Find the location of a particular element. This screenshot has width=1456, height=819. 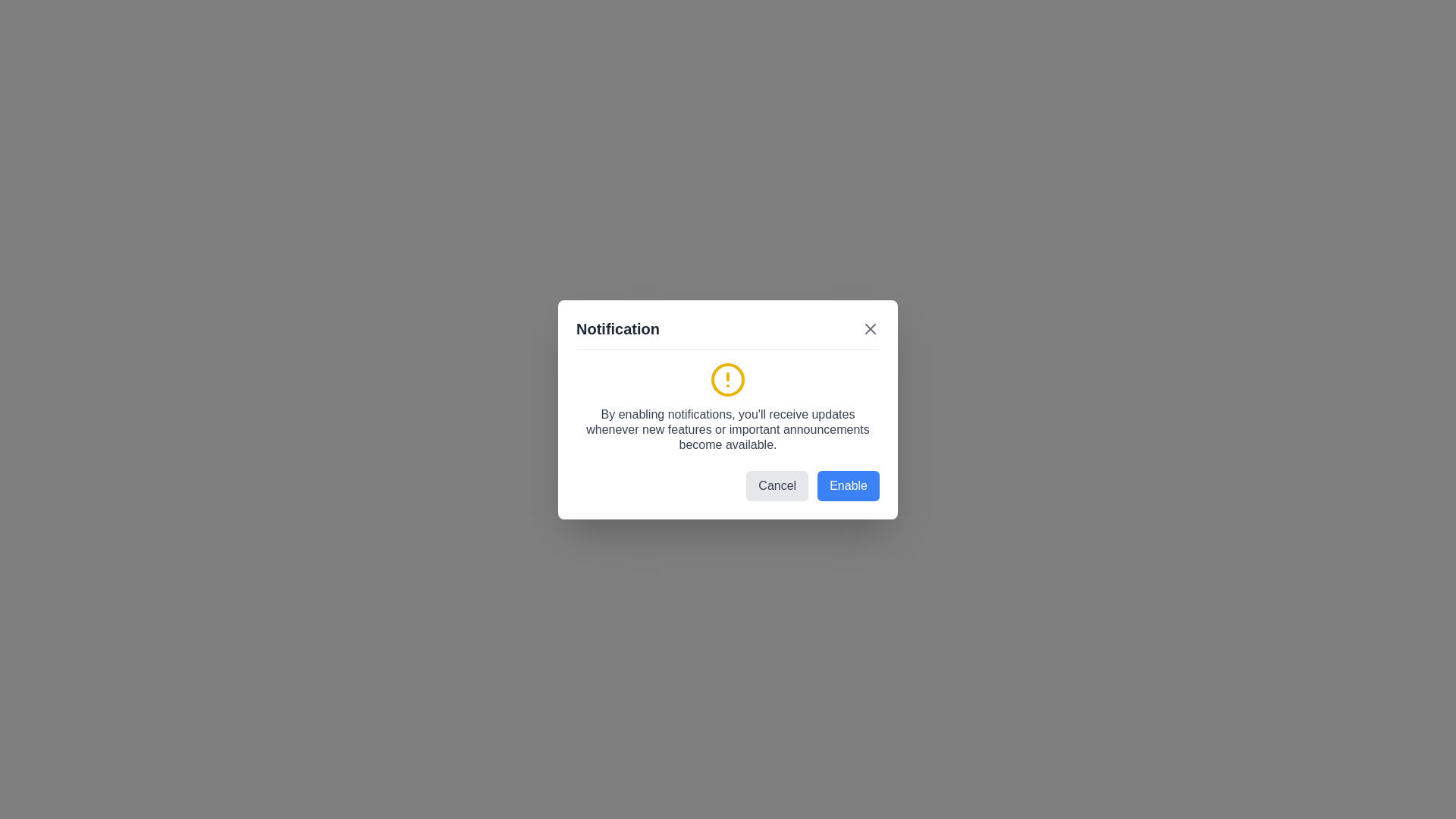

the 'Enable' button to enable notifications is located at coordinates (847, 485).